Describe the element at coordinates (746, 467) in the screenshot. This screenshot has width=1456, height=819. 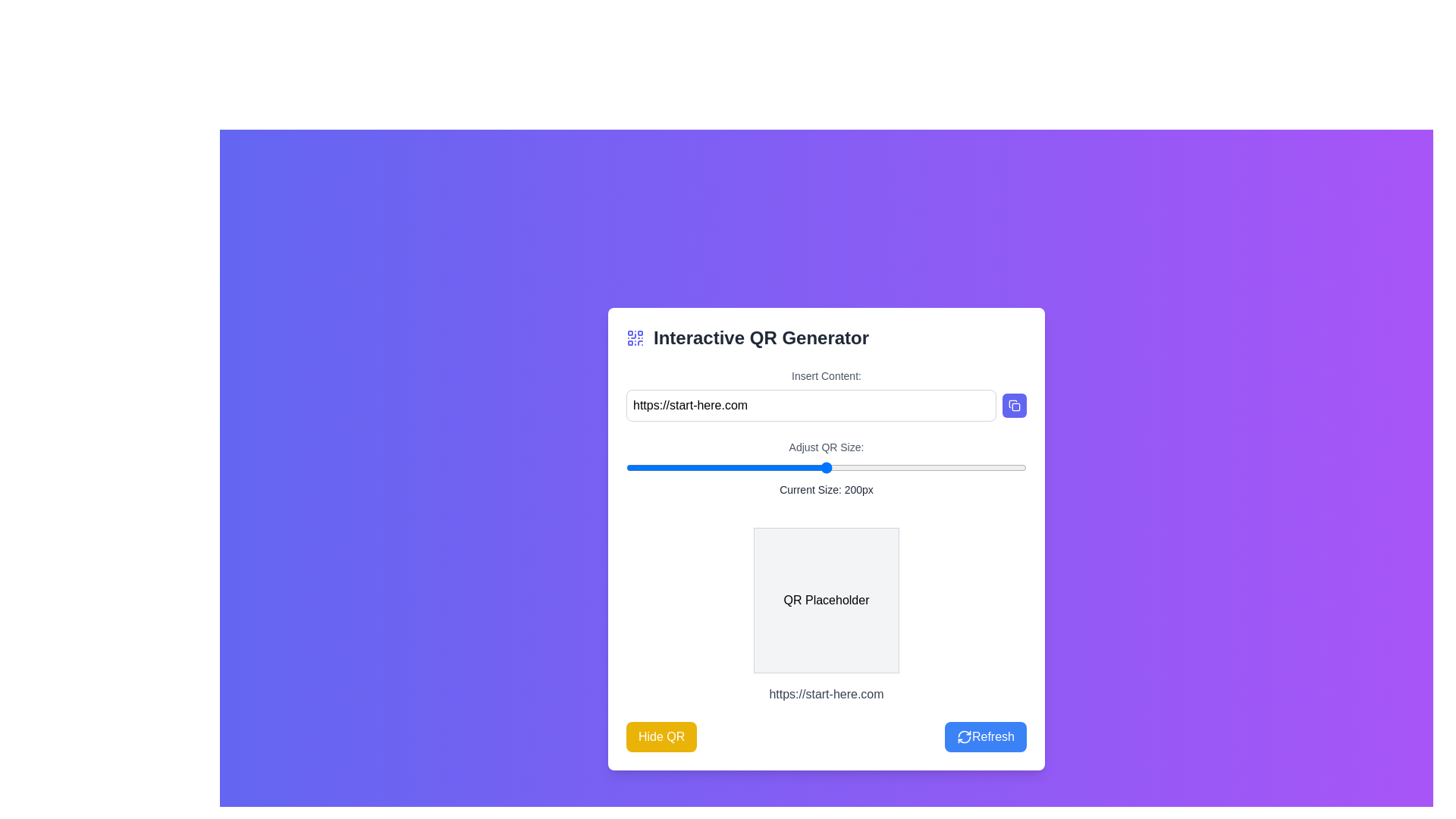
I see `the QR code size` at that location.